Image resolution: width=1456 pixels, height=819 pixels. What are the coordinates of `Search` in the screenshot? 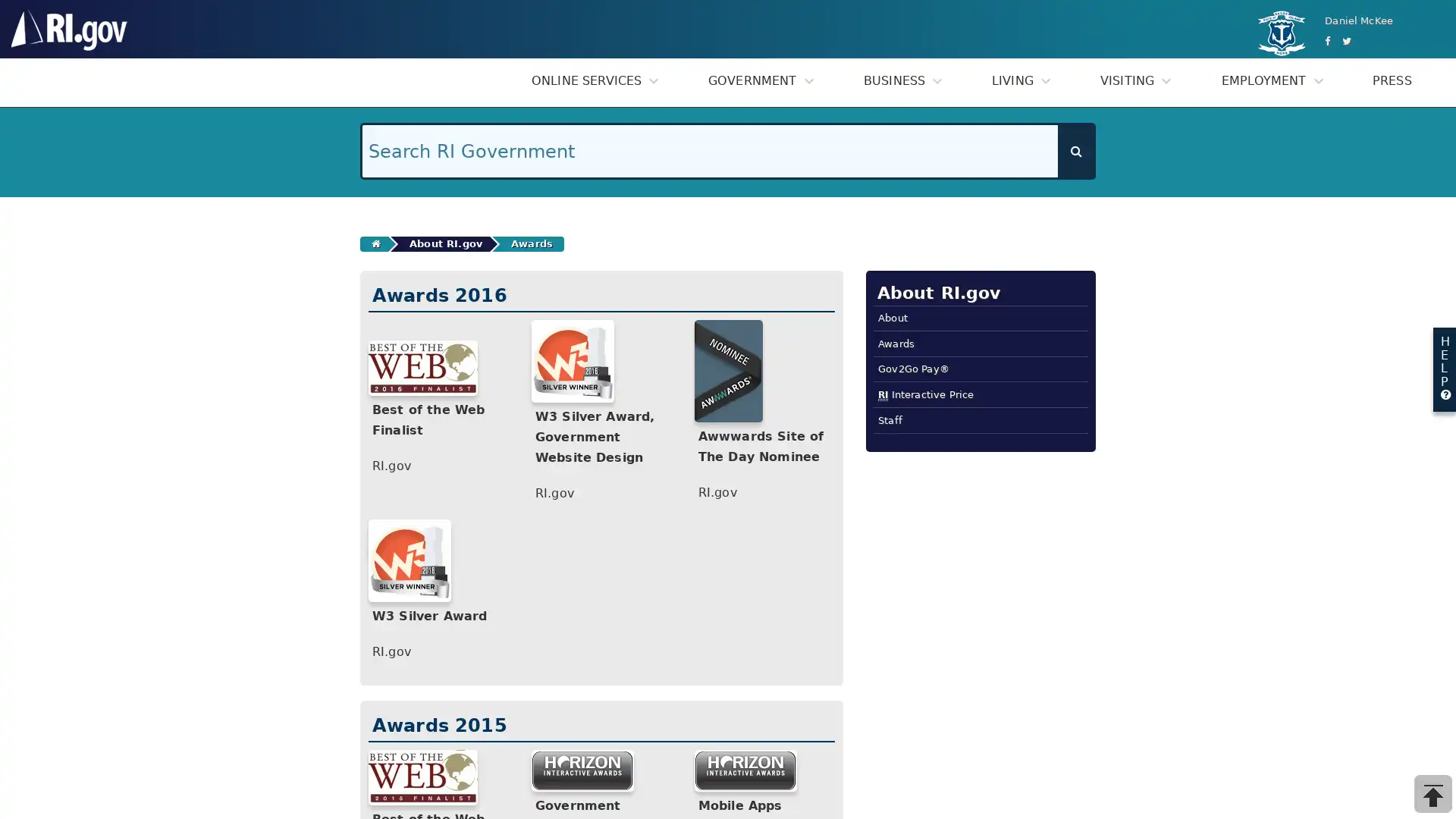 It's located at (1075, 151).